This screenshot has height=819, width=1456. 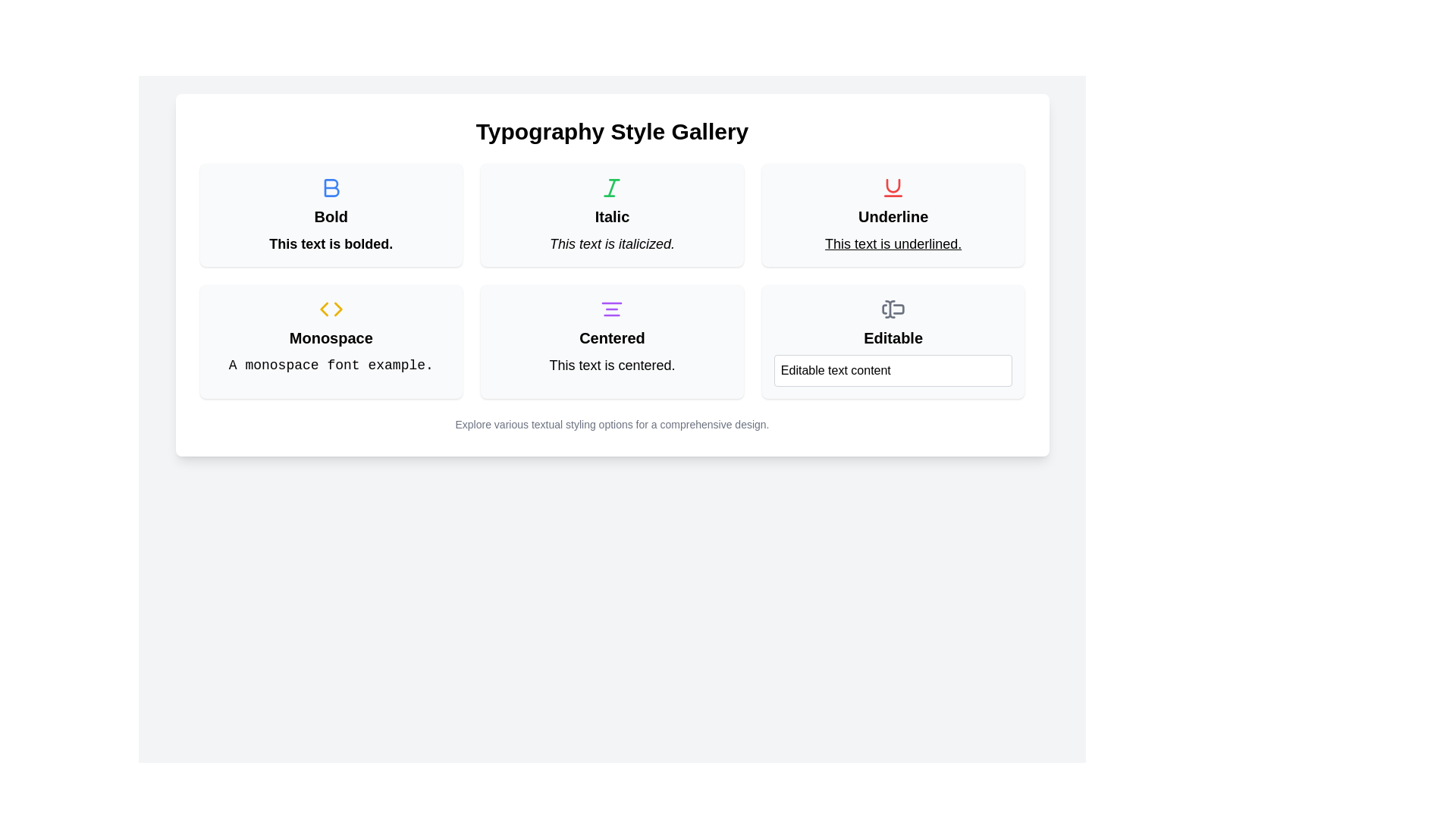 What do you see at coordinates (893, 187) in the screenshot?
I see `the underline typography style icon located in the 'Underline' section of the layout, which is visually represented in the top-right cell of the grid arrangement` at bounding box center [893, 187].